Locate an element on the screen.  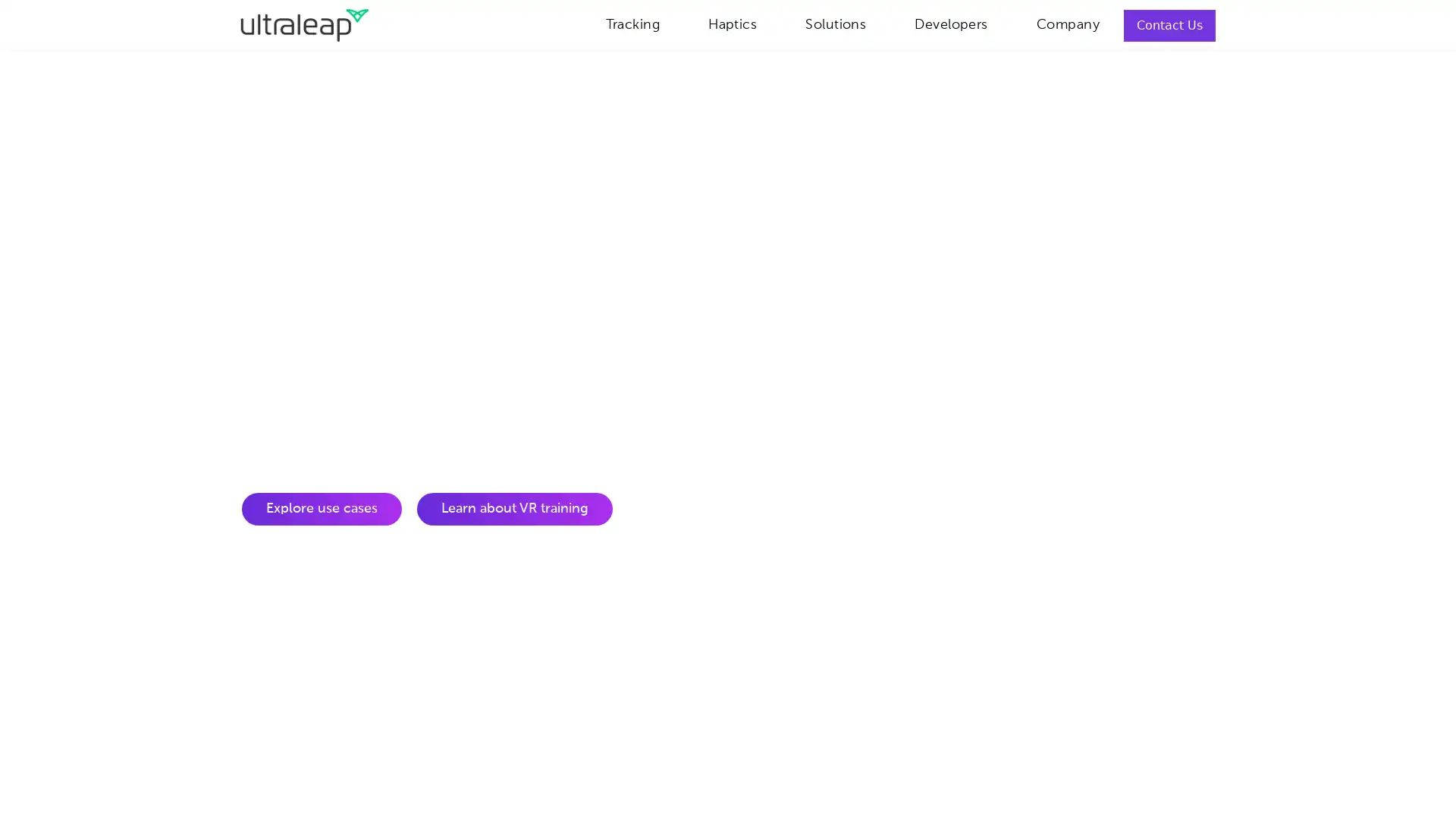
Toggle submenu is located at coordinates (884, 23).